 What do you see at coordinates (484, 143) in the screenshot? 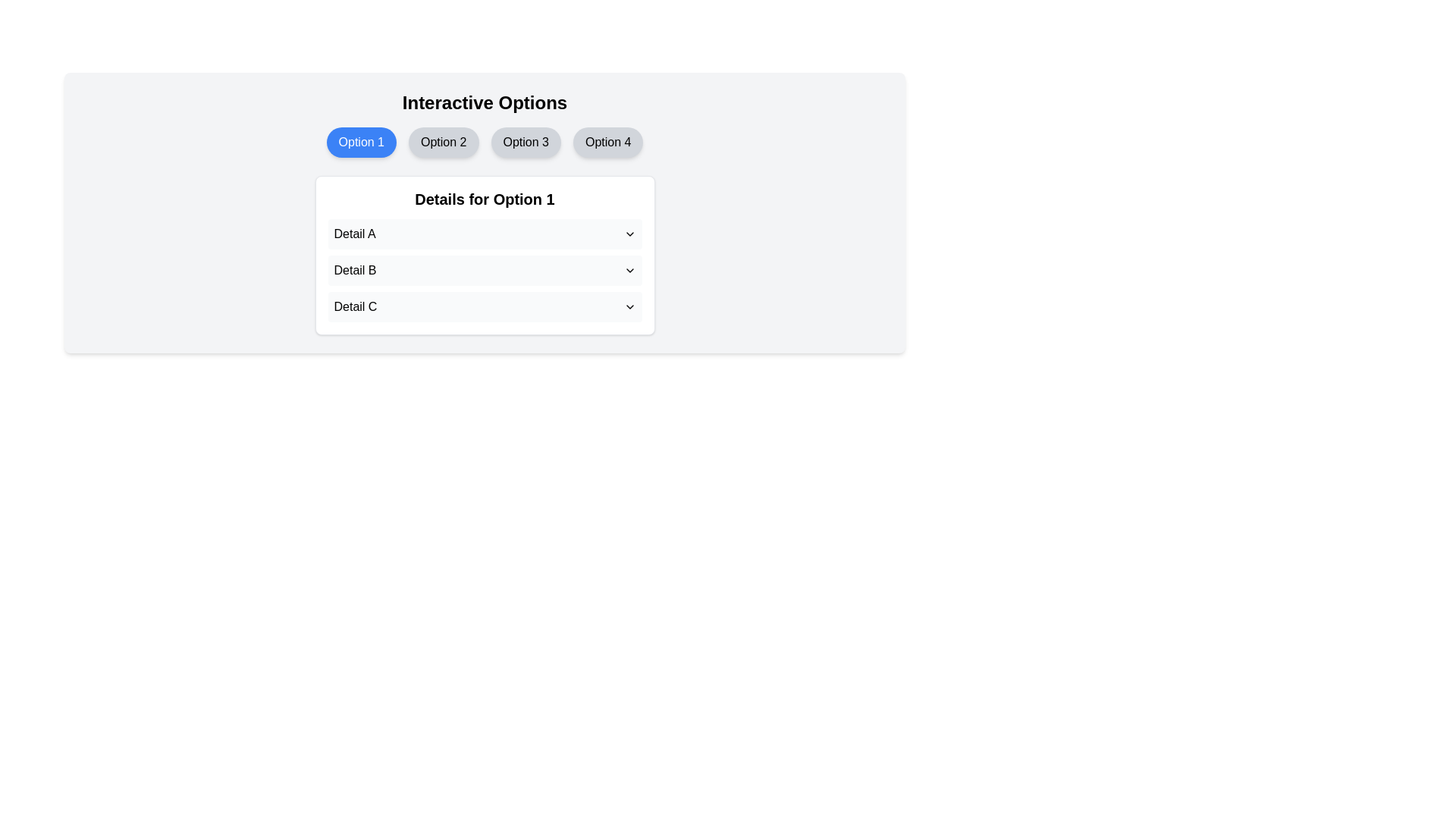
I see `the button group element consisting of four buttons labeled 'Option 1', 'Option 2', 'Option 3', and 'Option 4'` at bounding box center [484, 143].